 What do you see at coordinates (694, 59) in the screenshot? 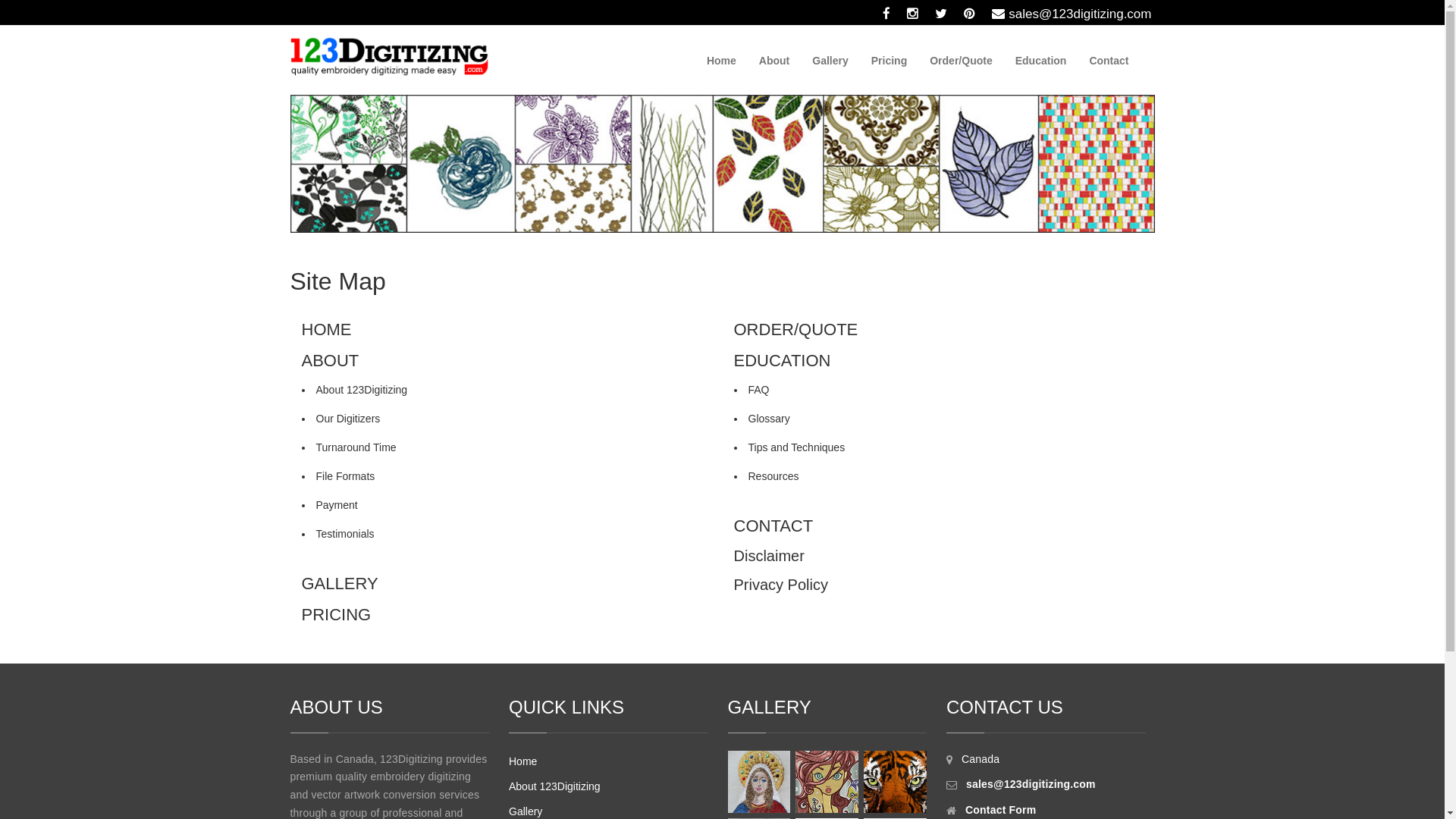
I see `'Home'` at bounding box center [694, 59].